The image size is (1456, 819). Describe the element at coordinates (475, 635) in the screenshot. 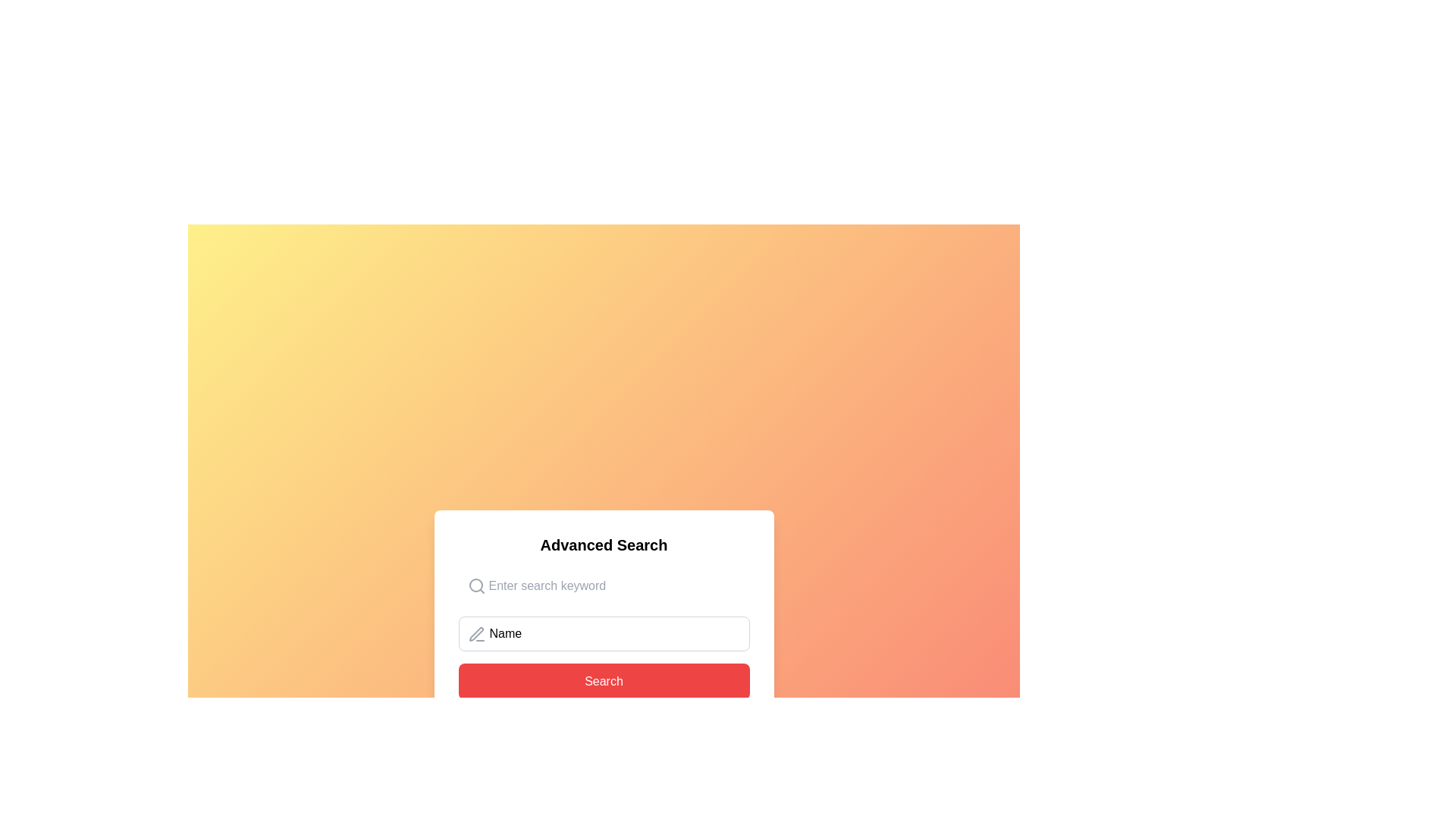

I see `properties of the SVG graphic icon located inside the 'Name' input box, which serves as an auxiliary visual indicator suggesting the field is editable` at that location.